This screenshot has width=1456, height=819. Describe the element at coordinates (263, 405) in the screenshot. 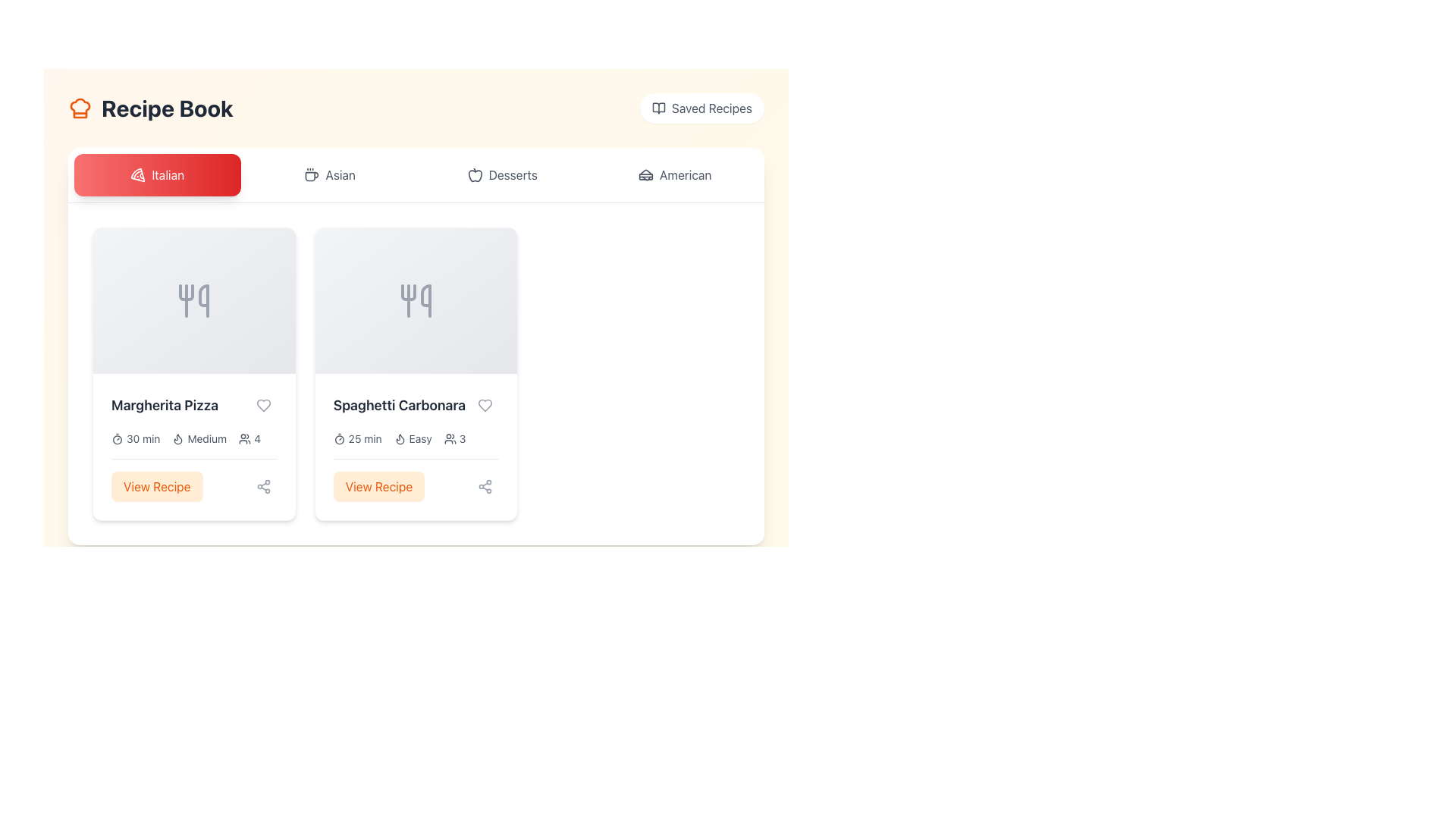

I see `the heart-shaped like icon located in the top-right corner of the 'Margherita Pizza' card` at that location.